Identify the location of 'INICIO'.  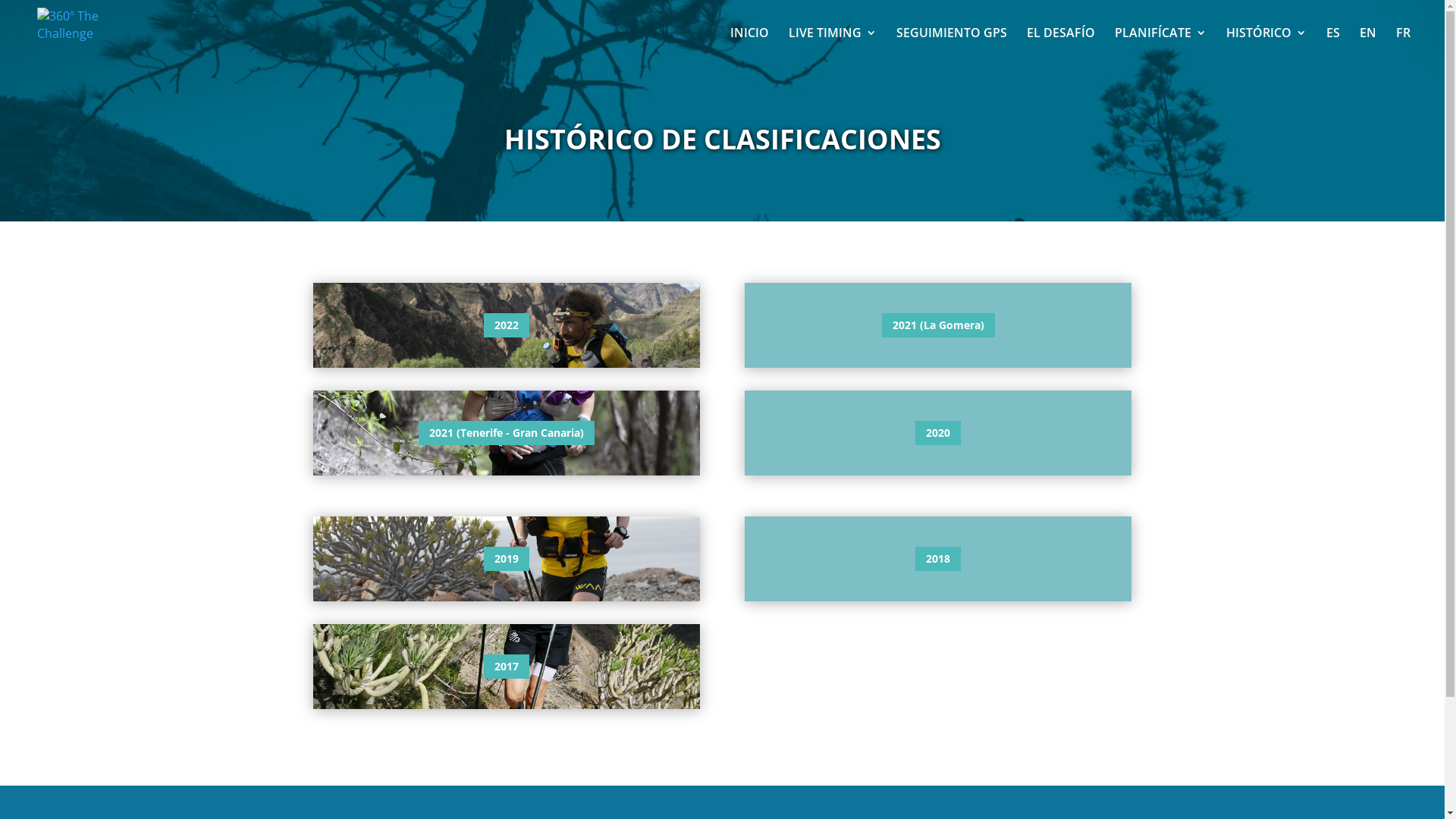
(749, 45).